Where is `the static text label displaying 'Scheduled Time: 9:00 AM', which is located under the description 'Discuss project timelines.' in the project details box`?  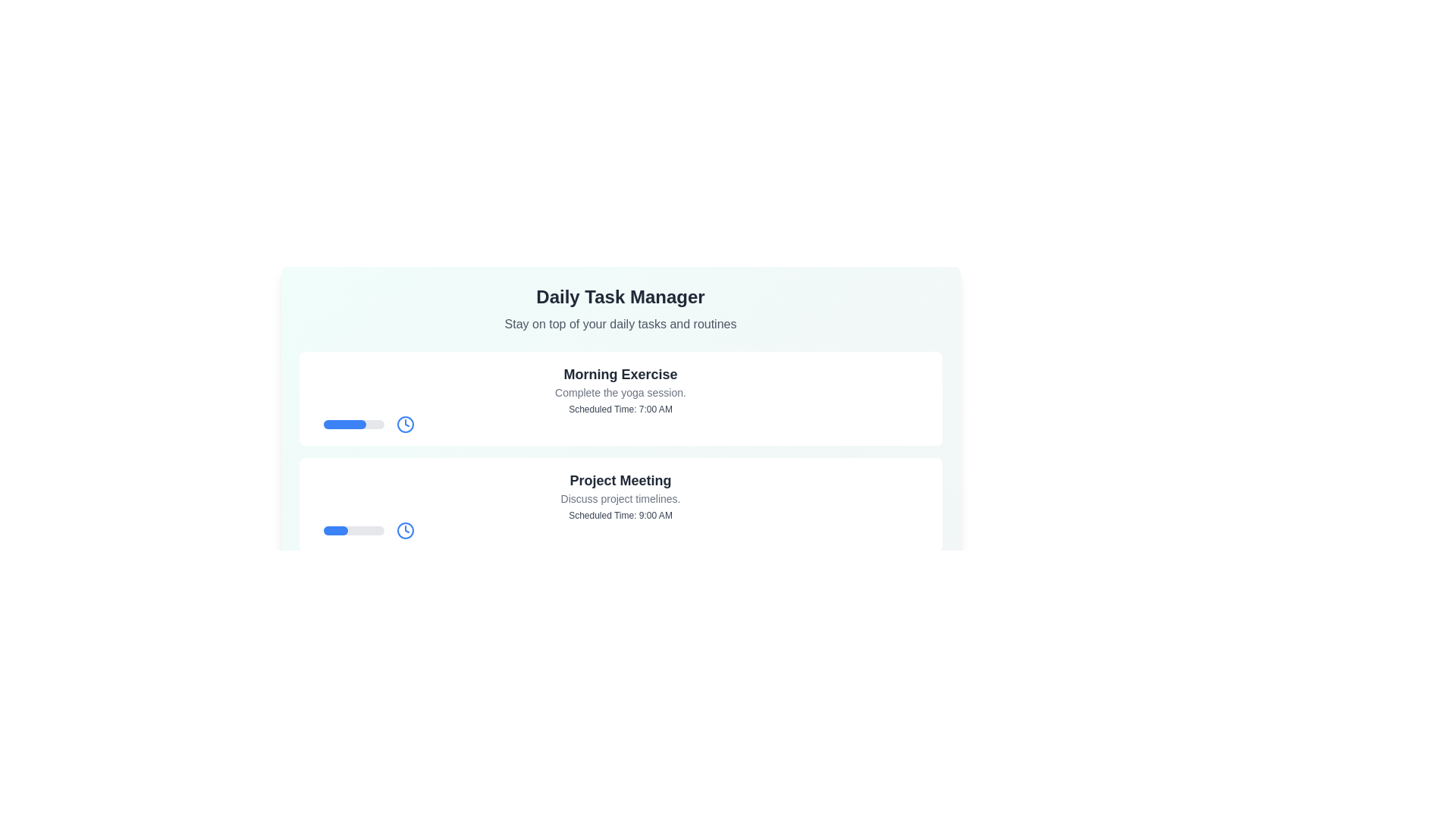
the static text label displaying 'Scheduled Time: 9:00 AM', which is located under the description 'Discuss project timelines.' in the project details box is located at coordinates (620, 514).